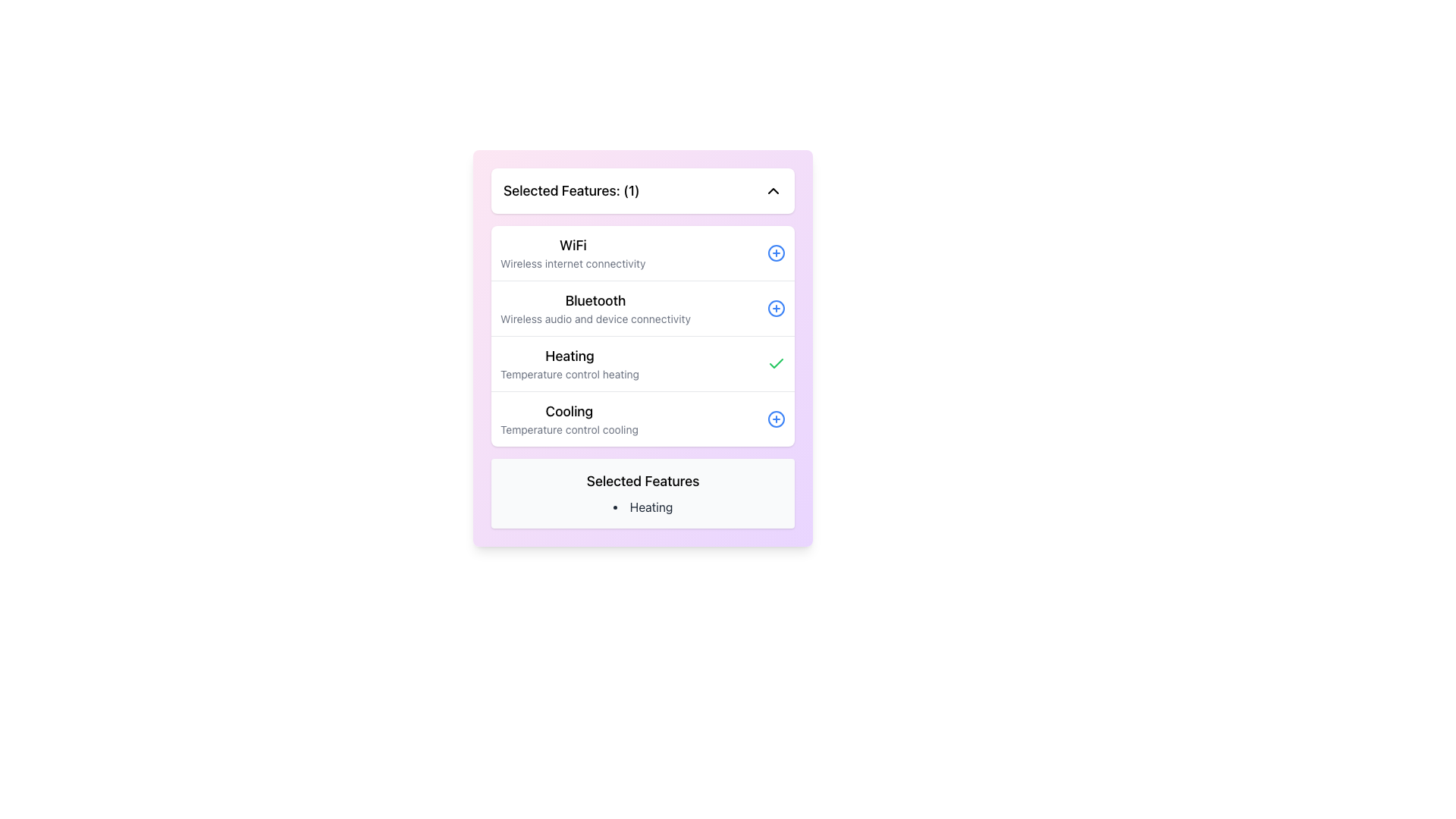 This screenshot has width=1456, height=819. I want to click on information displayed in the list item labeled 'Cooling', which includes the bold text 'Cooling' and the smaller text 'Temperature control cooling', so click(568, 419).